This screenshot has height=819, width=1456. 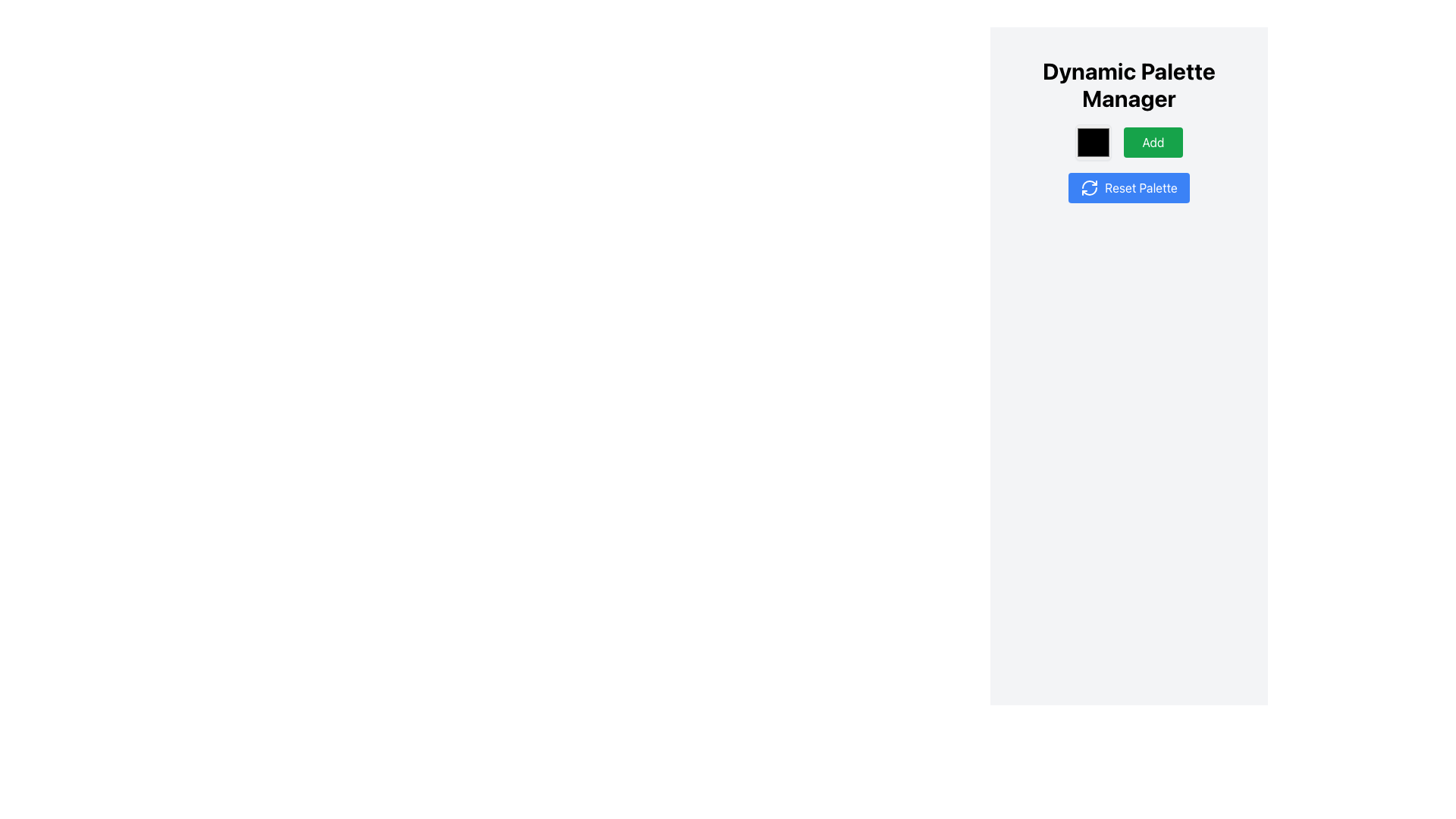 I want to click on the 'Add' button located under the 'Dynamic Palette Manager' heading, so click(x=1153, y=143).